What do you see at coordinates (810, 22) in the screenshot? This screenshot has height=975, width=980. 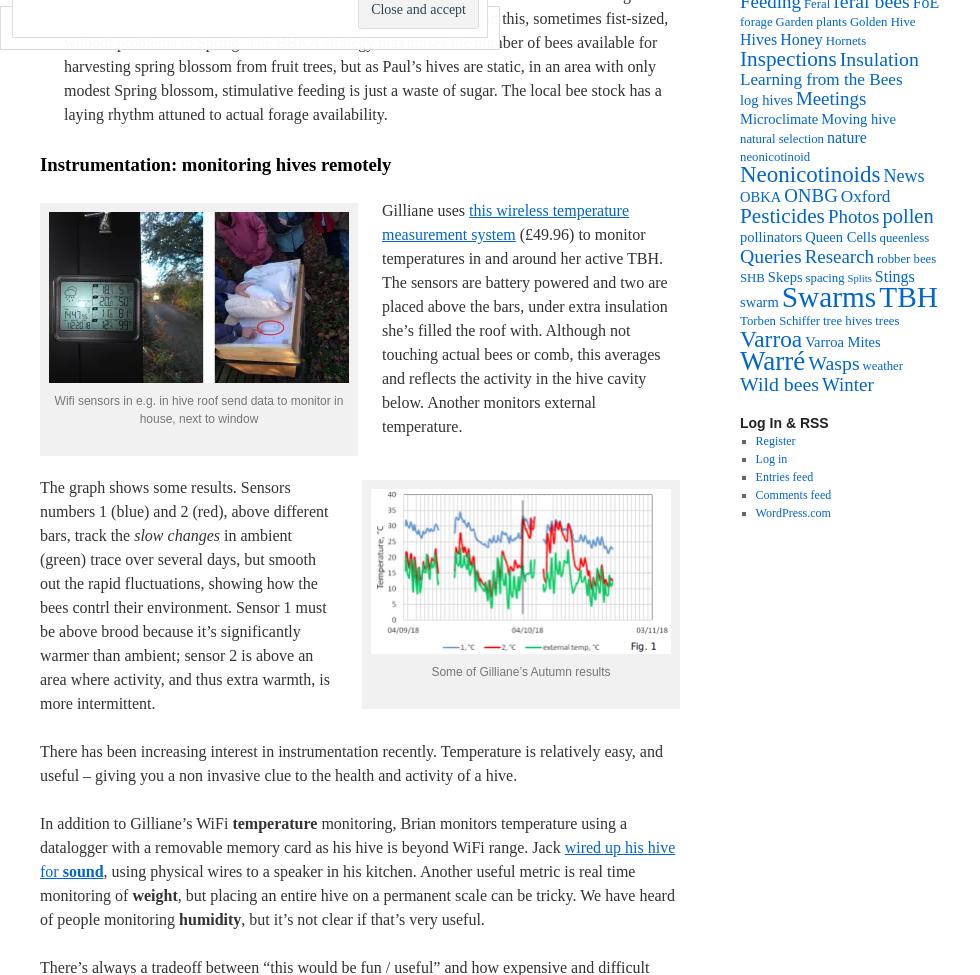 I see `'Garden plants'` at bounding box center [810, 22].